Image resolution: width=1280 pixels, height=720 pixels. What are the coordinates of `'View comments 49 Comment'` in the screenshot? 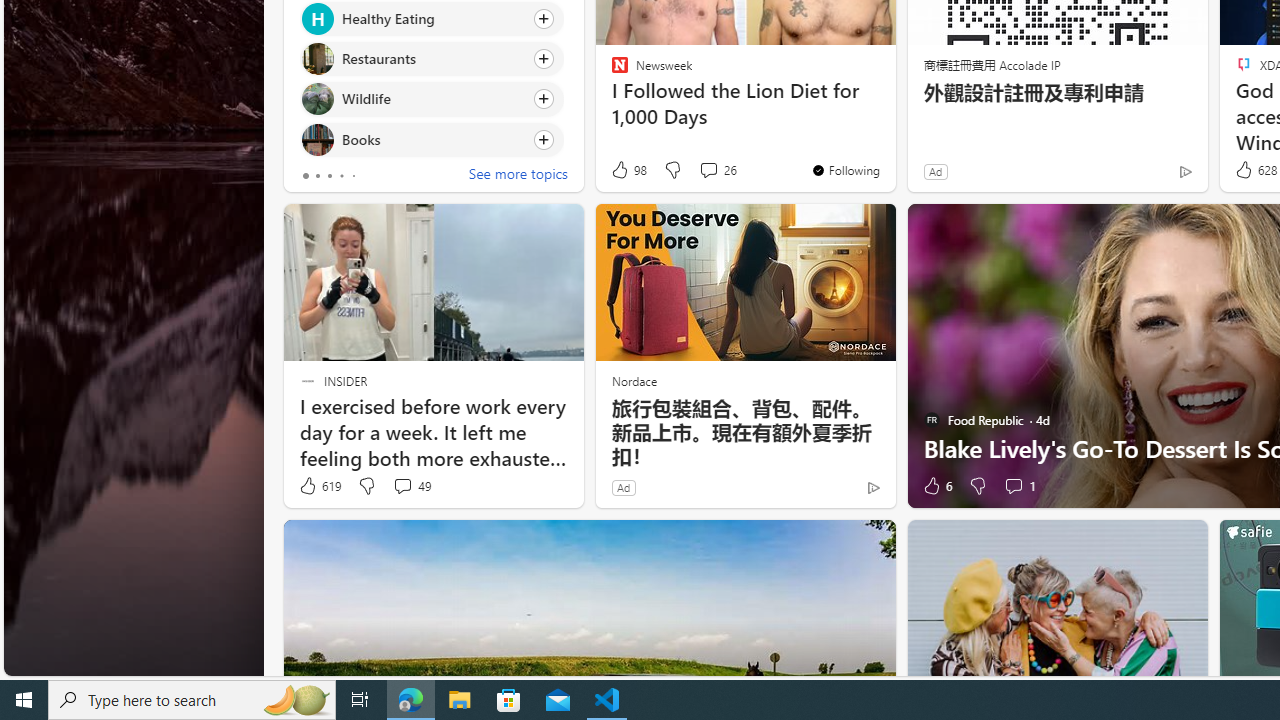 It's located at (410, 486).